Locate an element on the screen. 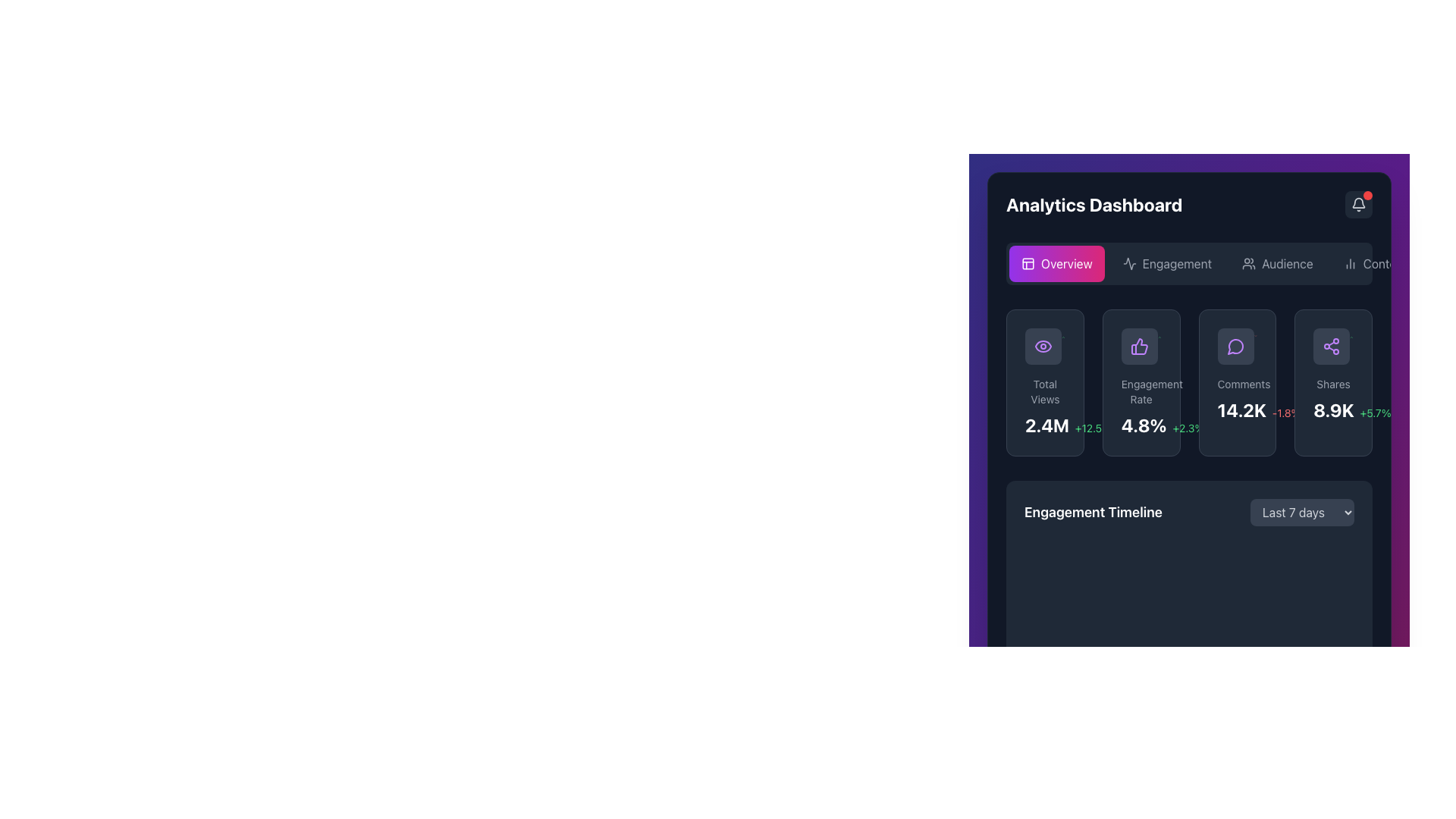 This screenshot has width=1456, height=819. the user group icon located within the 'Audience' menu item is located at coordinates (1249, 262).